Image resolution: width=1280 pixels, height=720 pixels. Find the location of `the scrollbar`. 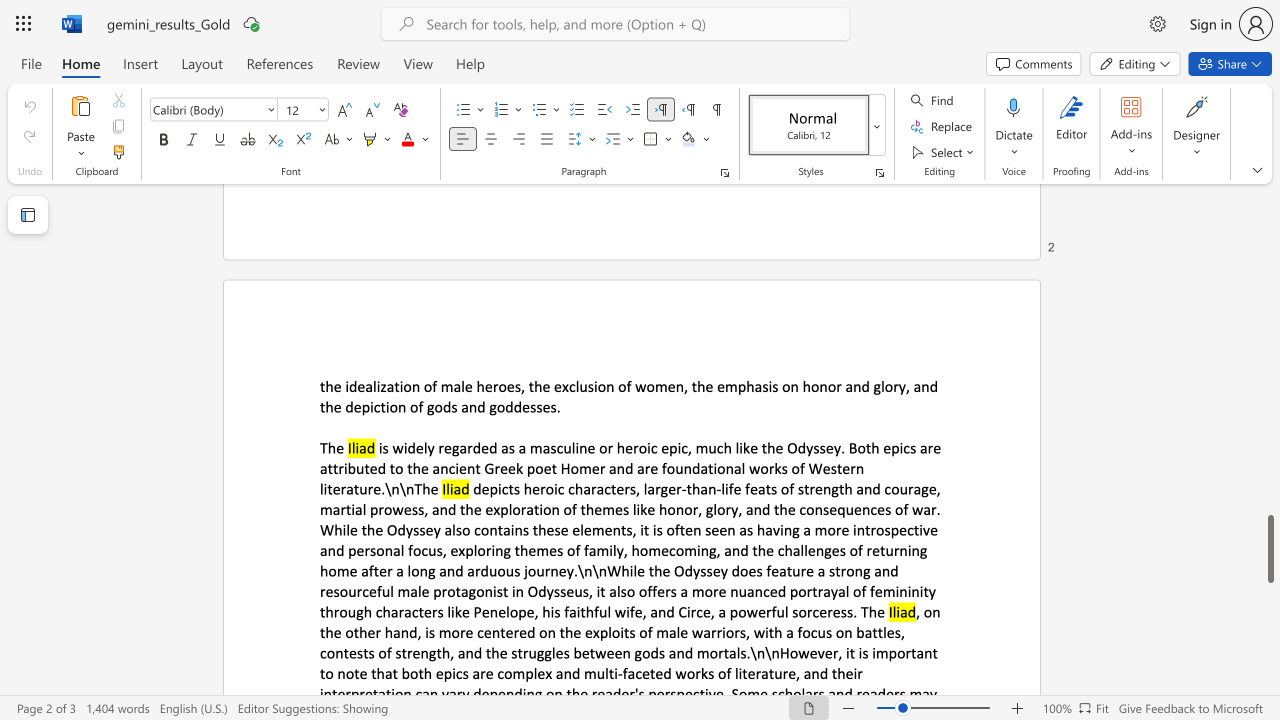

the scrollbar is located at coordinates (1269, 328).